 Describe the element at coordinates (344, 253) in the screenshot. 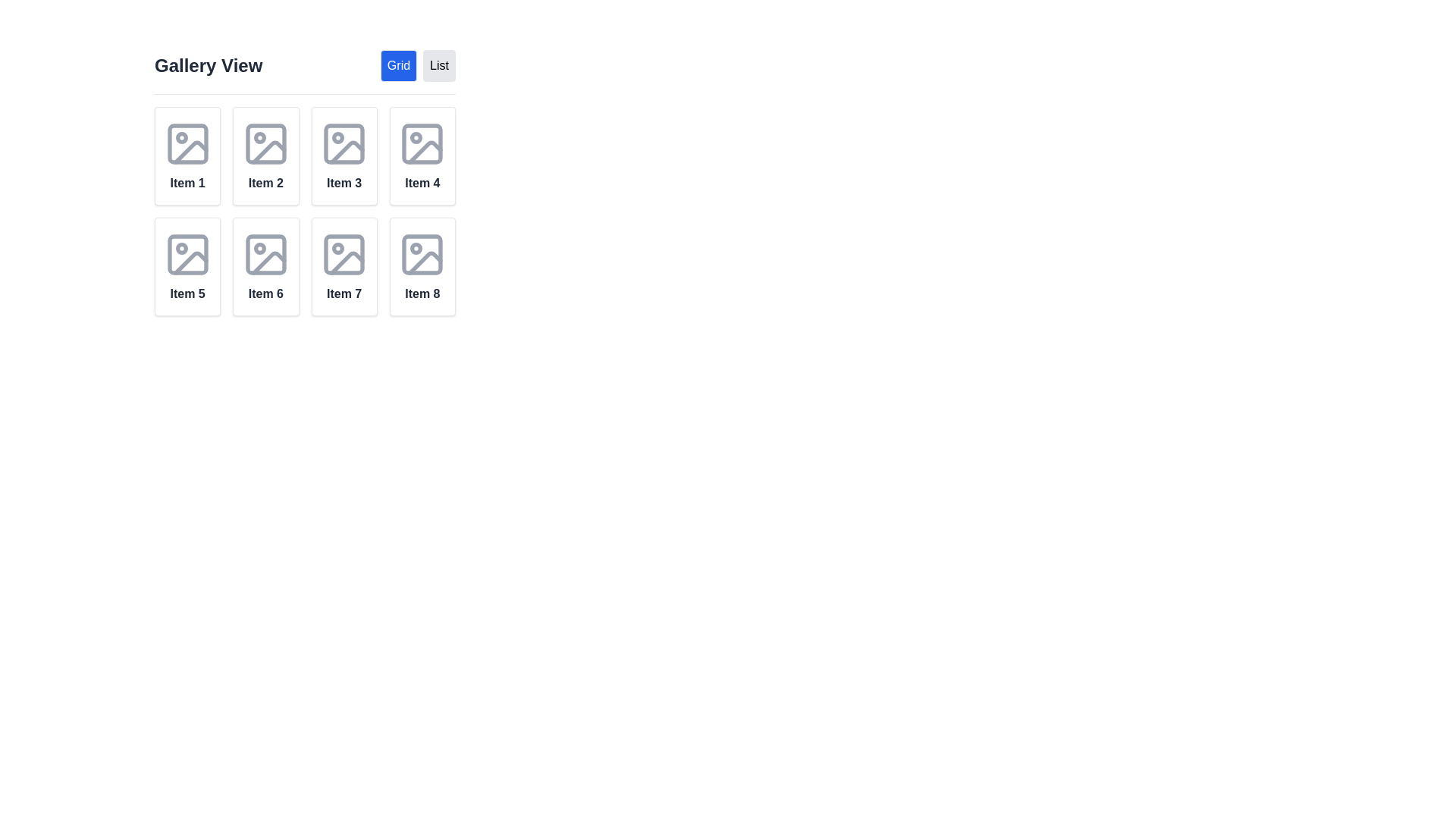

I see `the SVG Image Placeholder located at the center upper region of the card titled 'Item 7'` at that location.